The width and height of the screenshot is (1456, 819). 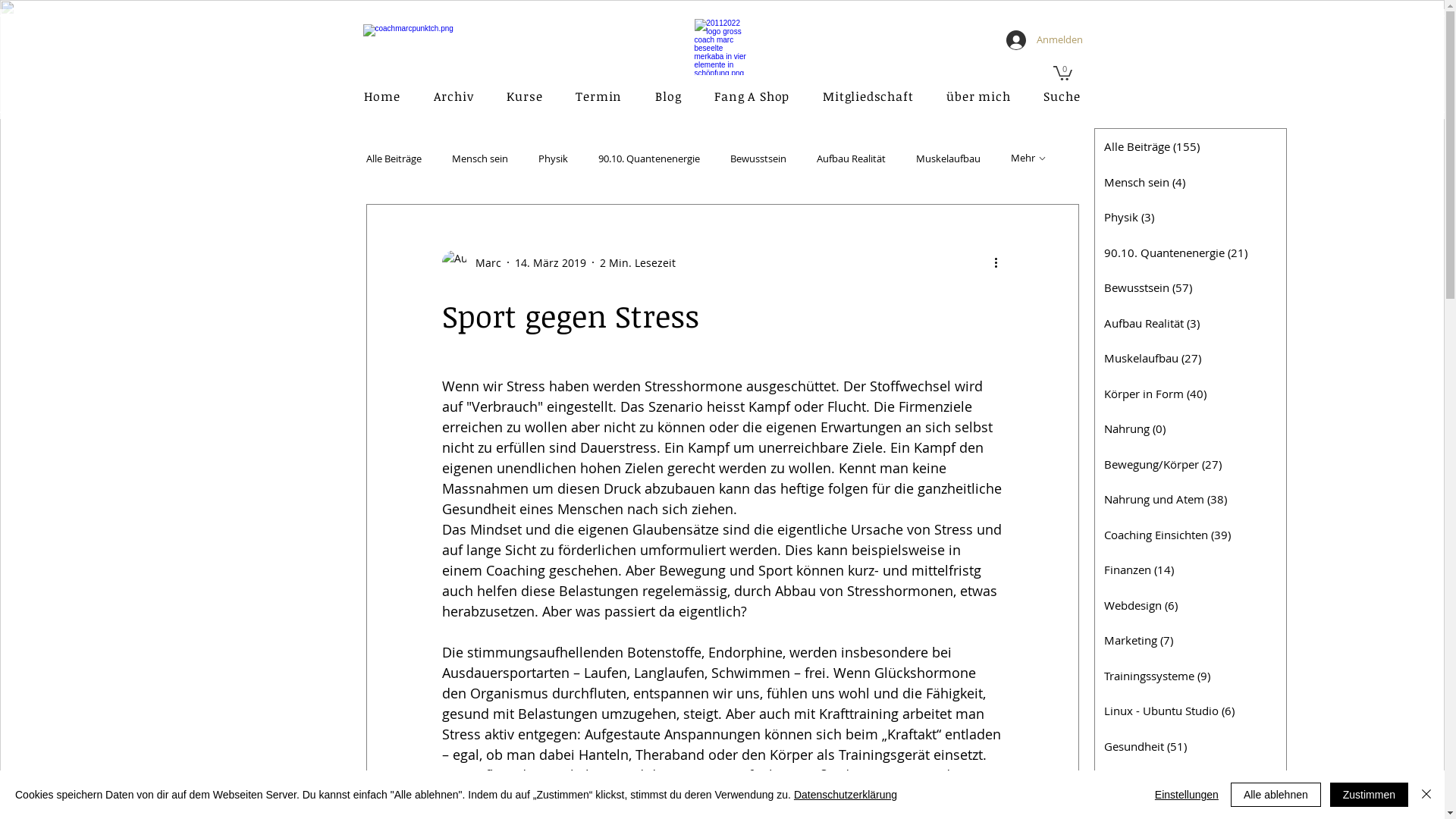 What do you see at coordinates (1189, 745) in the screenshot?
I see `'Gesundheit (51)'` at bounding box center [1189, 745].